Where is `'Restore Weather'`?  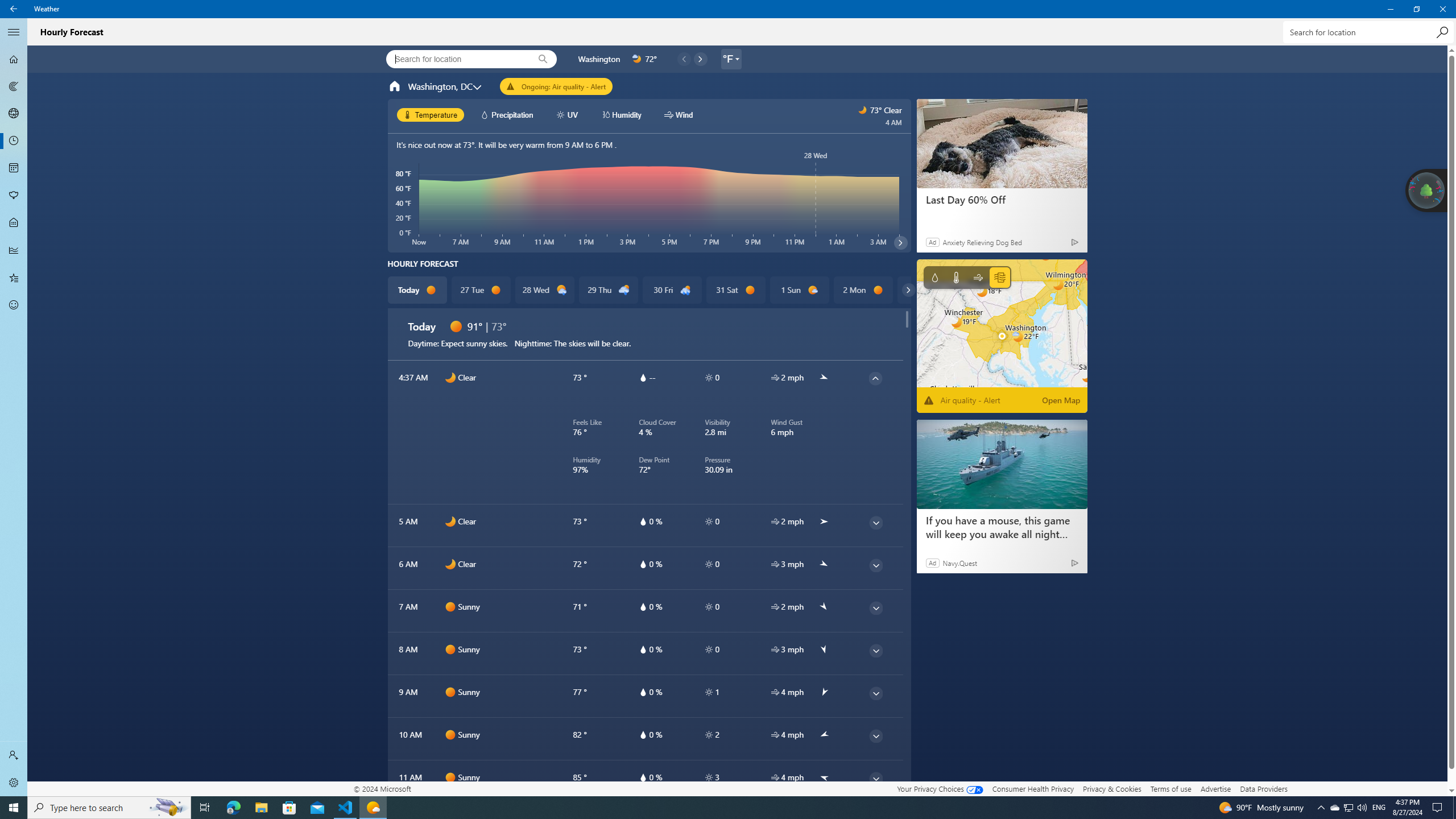 'Restore Weather' is located at coordinates (1416, 9).